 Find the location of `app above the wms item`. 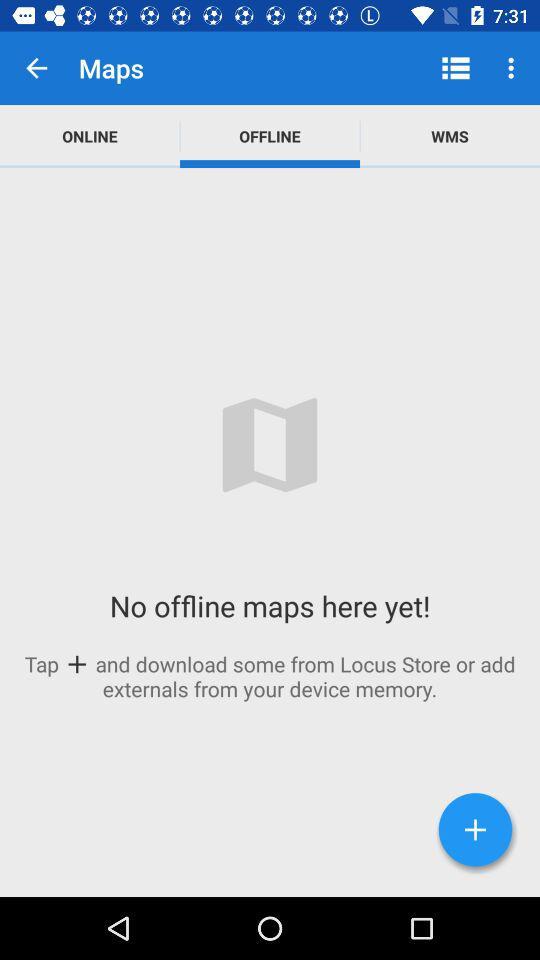

app above the wms item is located at coordinates (513, 68).